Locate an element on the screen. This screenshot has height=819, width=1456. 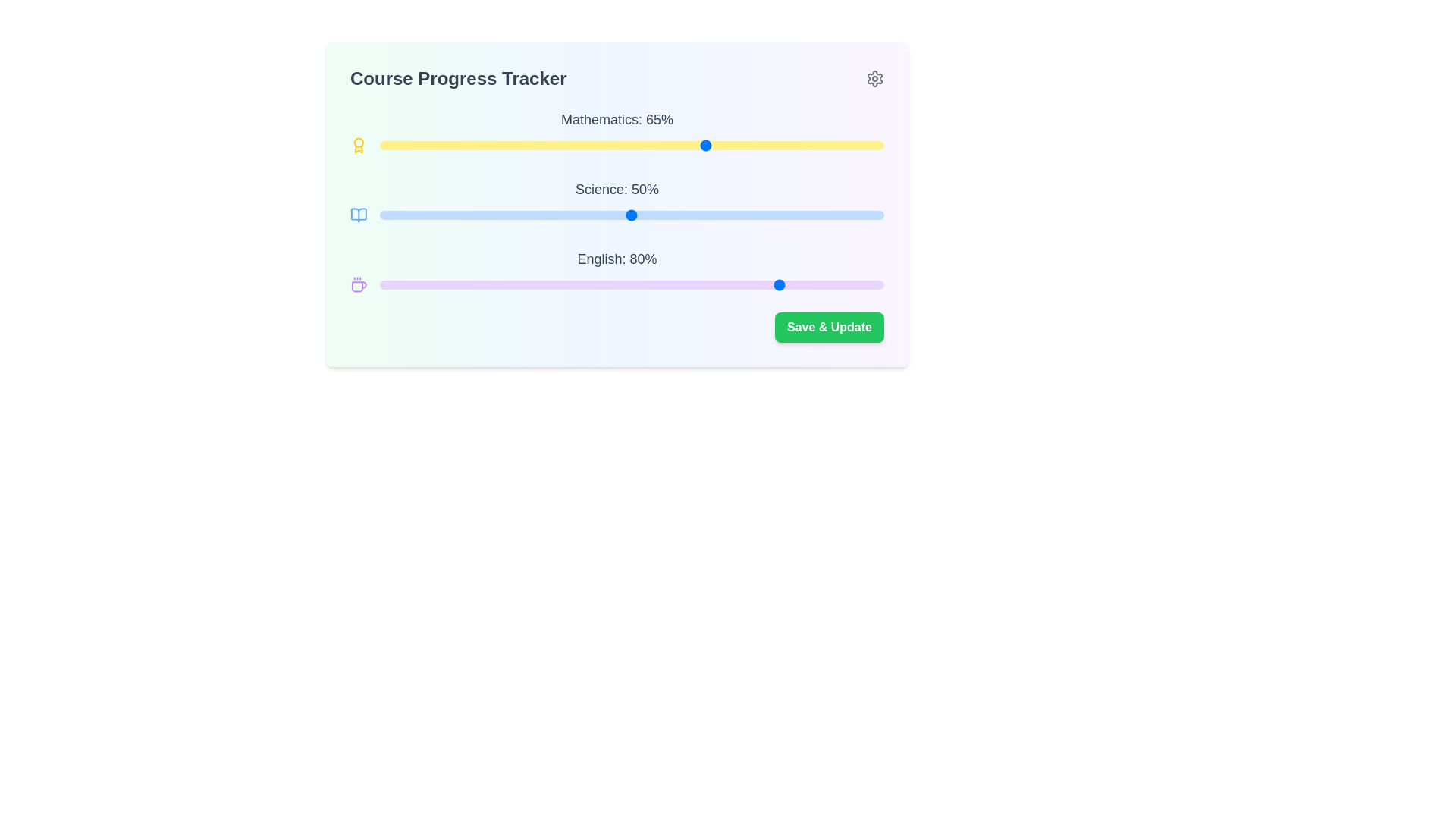
the Science progress slider is located at coordinates (428, 215).